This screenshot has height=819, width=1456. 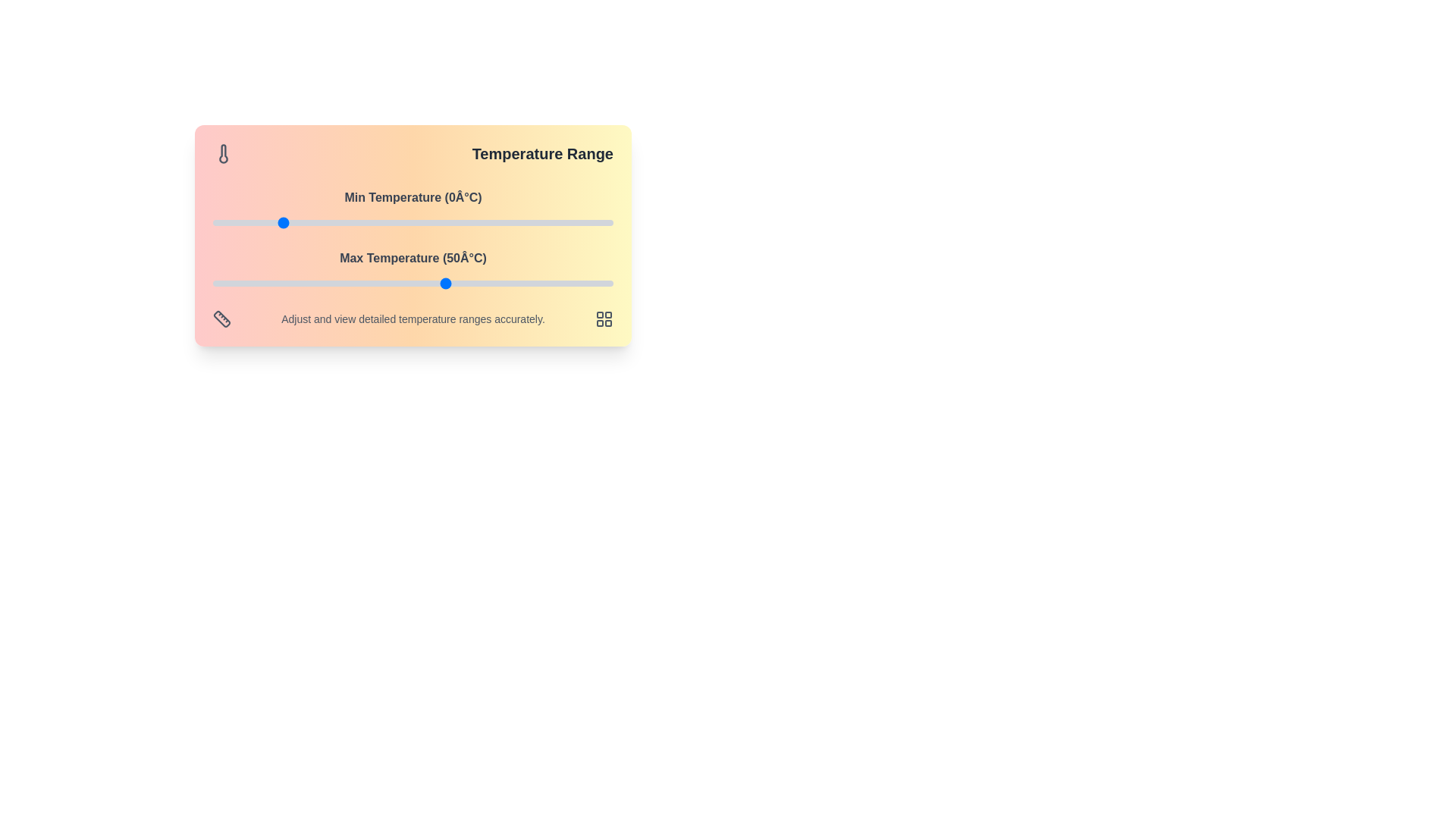 What do you see at coordinates (482, 284) in the screenshot?
I see `the maximum temperature slider to 61°C` at bounding box center [482, 284].